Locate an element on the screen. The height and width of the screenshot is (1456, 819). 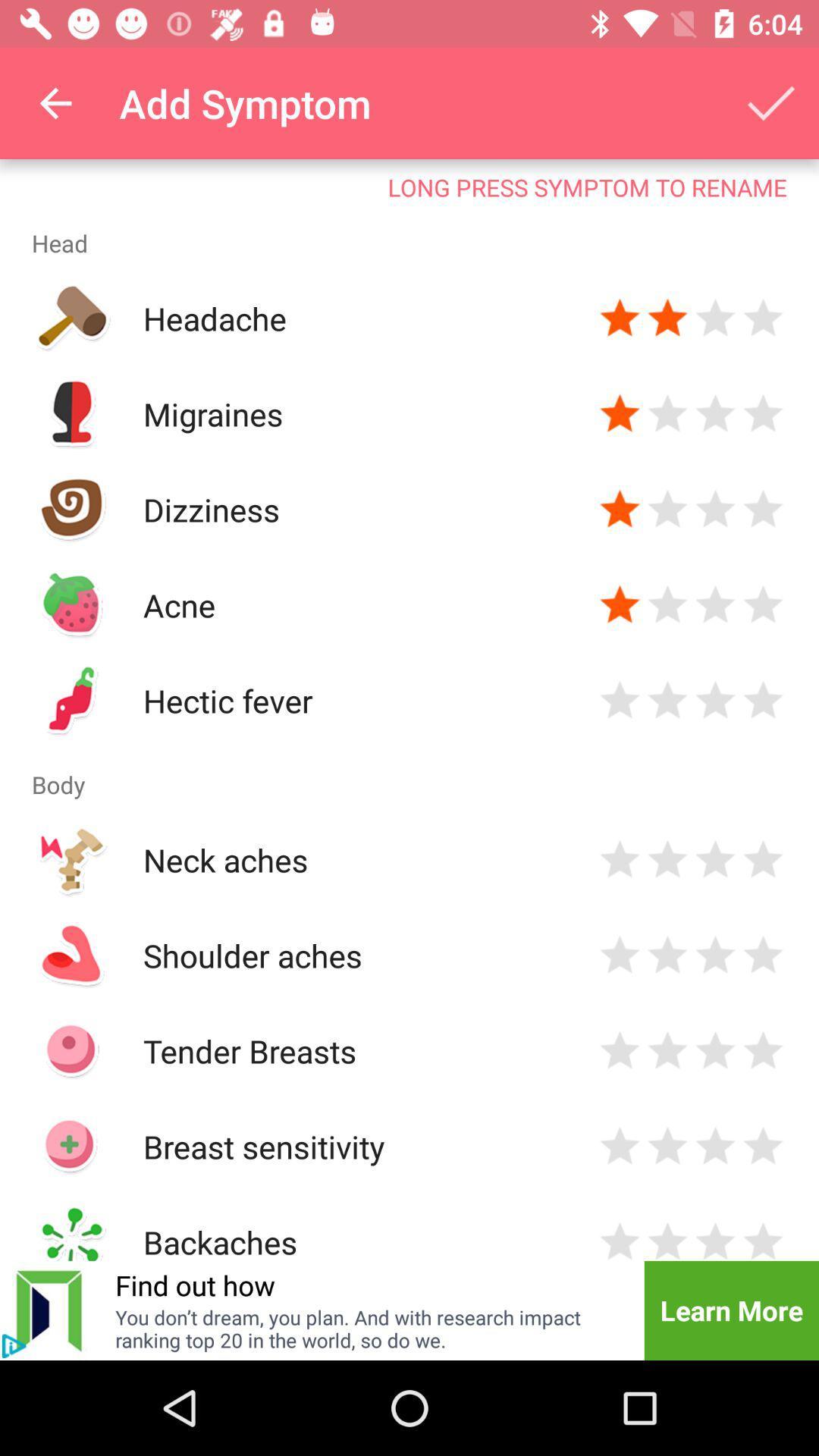
rate 3 is located at coordinates (715, 954).